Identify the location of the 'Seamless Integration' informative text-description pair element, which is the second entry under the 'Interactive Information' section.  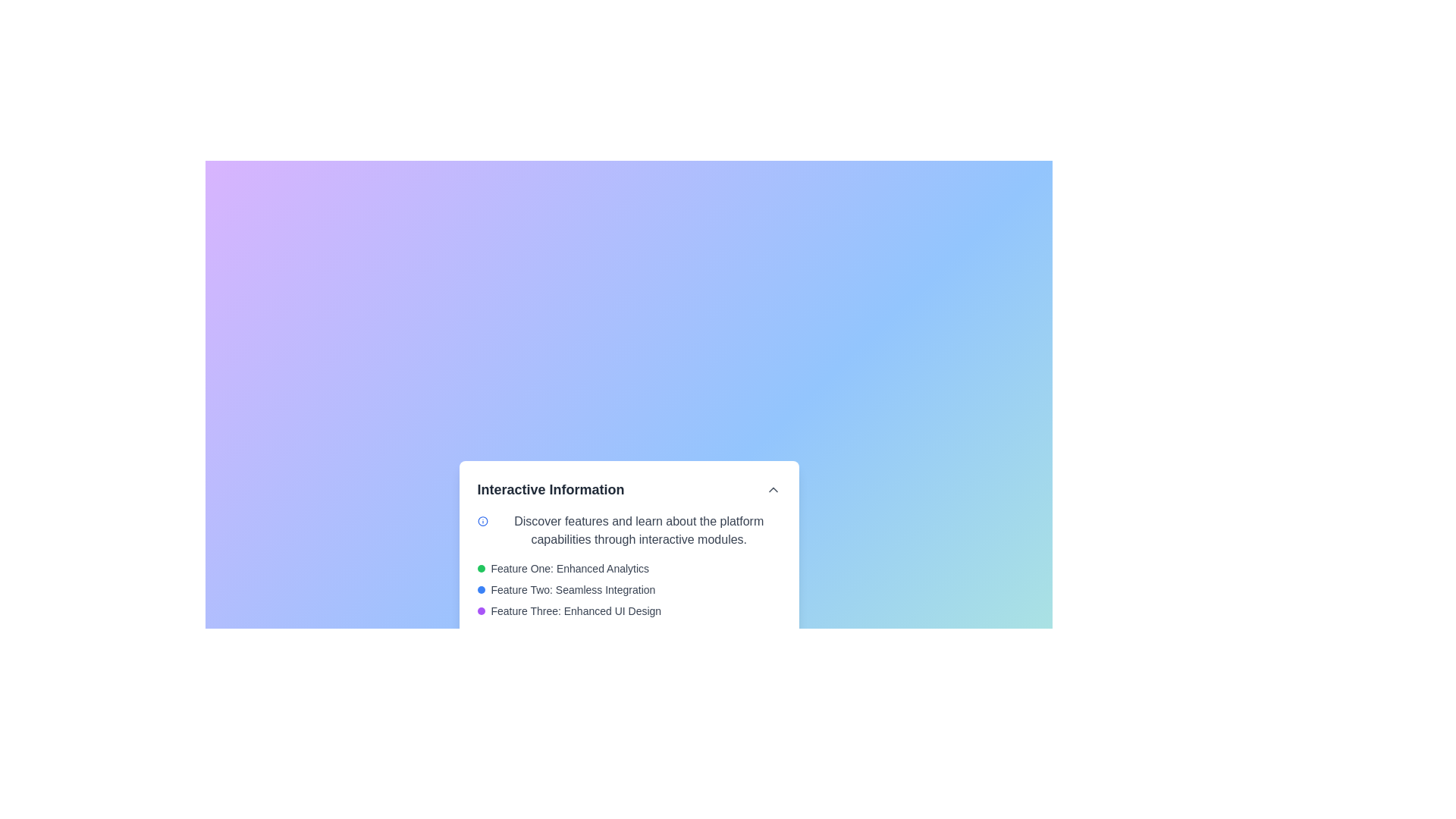
(629, 589).